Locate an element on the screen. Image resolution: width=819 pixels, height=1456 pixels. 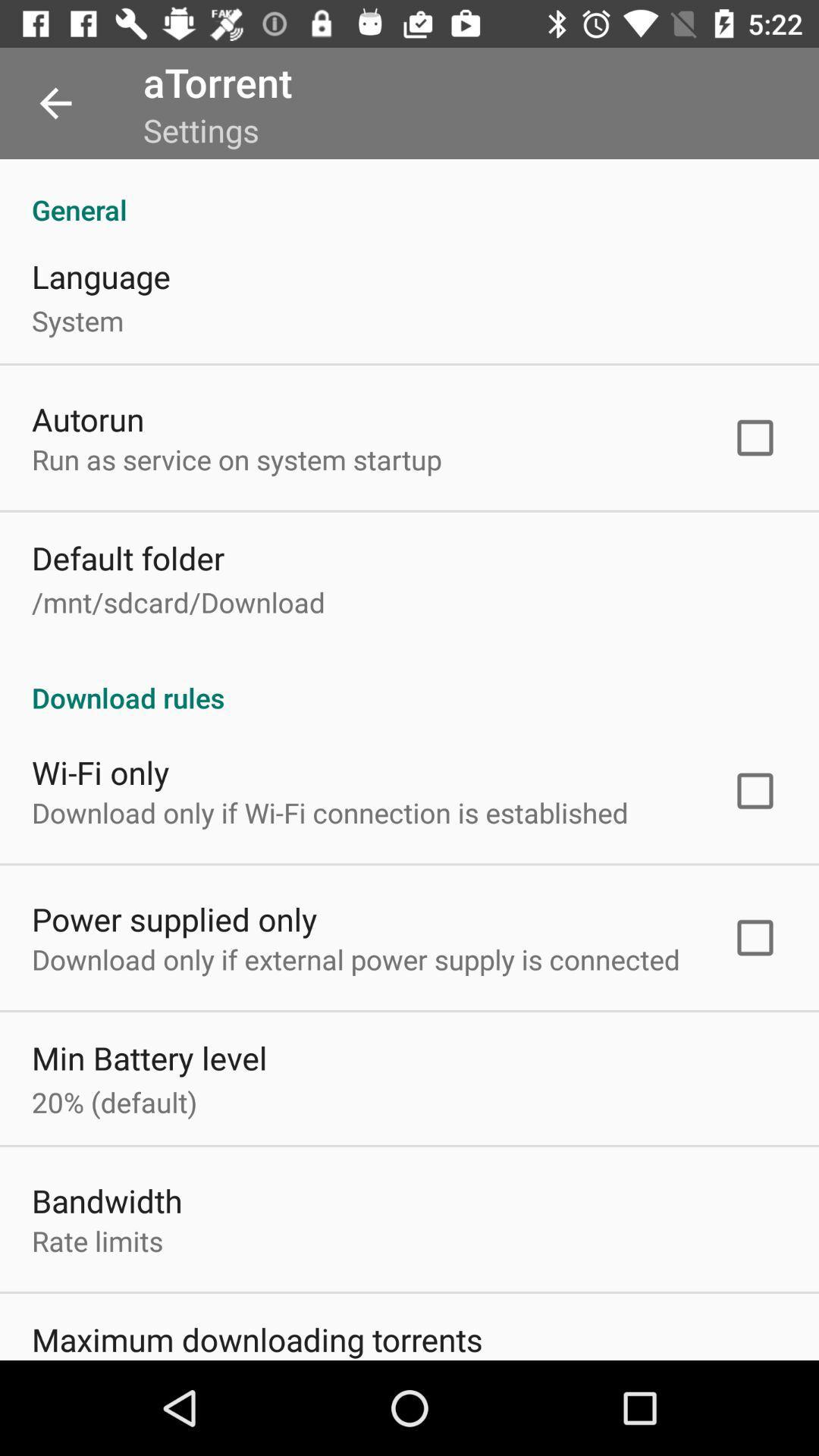
item above the general item is located at coordinates (55, 102).